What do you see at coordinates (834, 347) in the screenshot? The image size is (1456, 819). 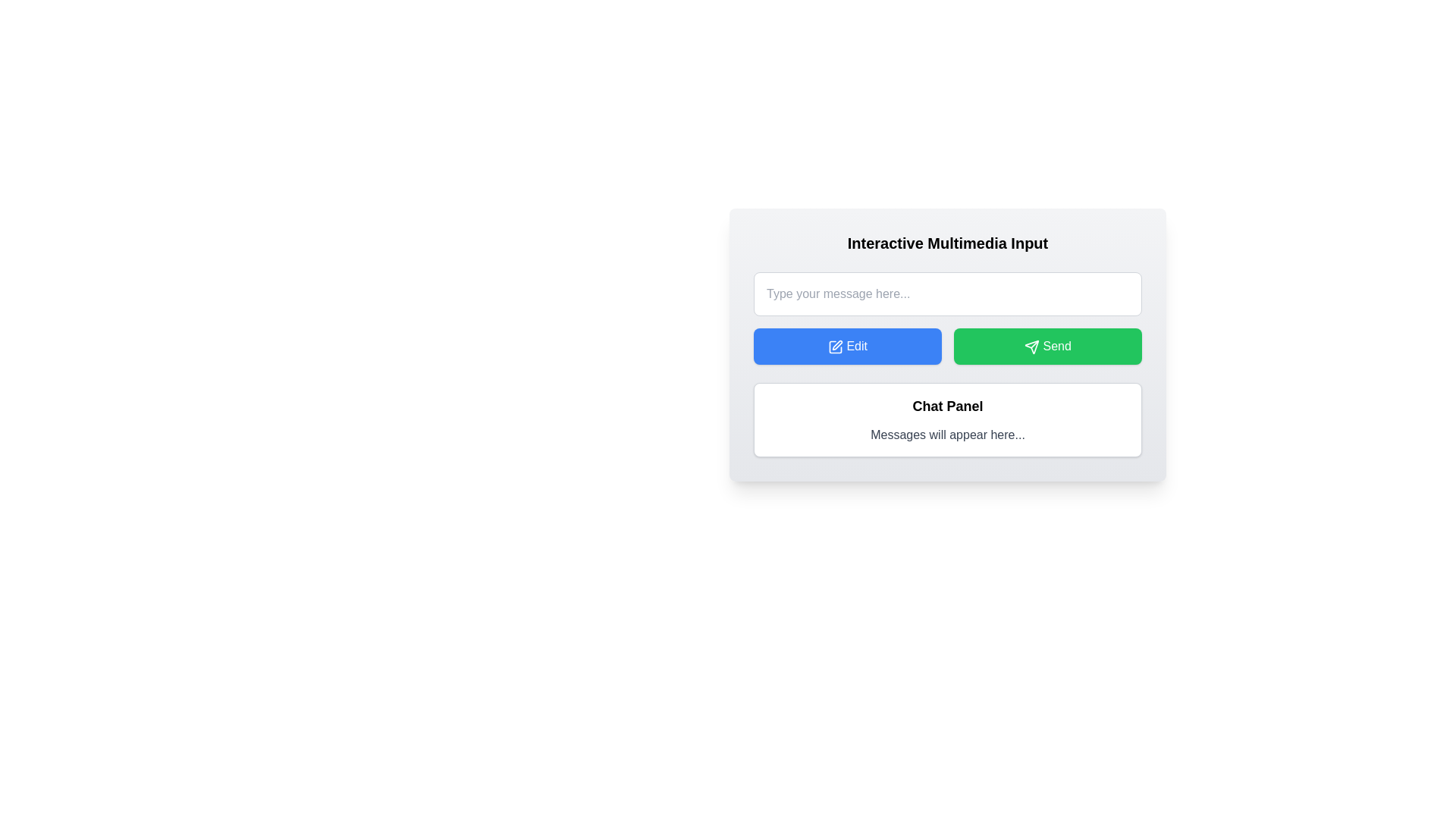 I see `the 'Edit' button icon, which is a pen inside a square with a blue background` at bounding box center [834, 347].